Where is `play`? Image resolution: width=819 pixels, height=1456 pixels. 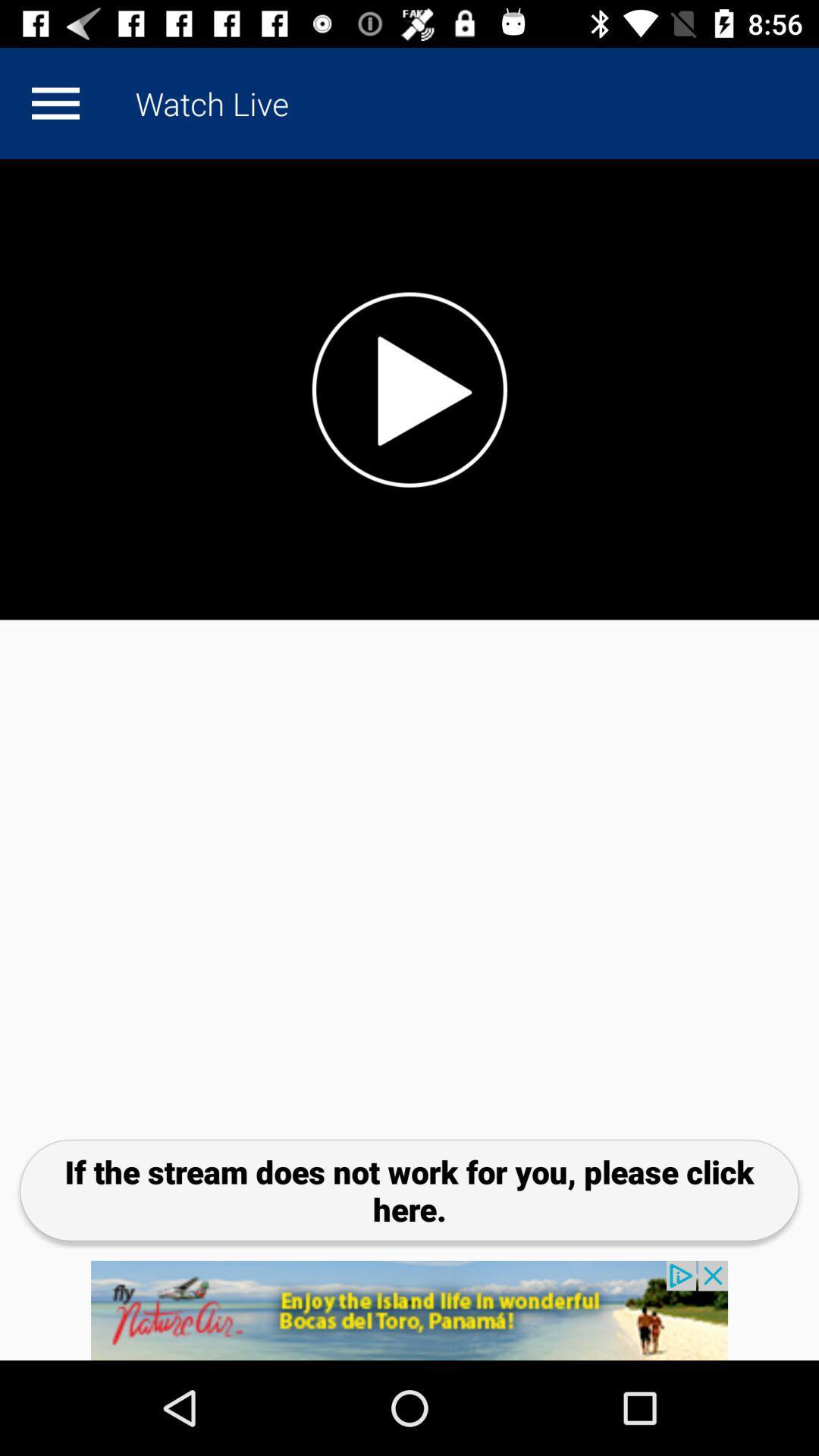
play is located at coordinates (55, 102).